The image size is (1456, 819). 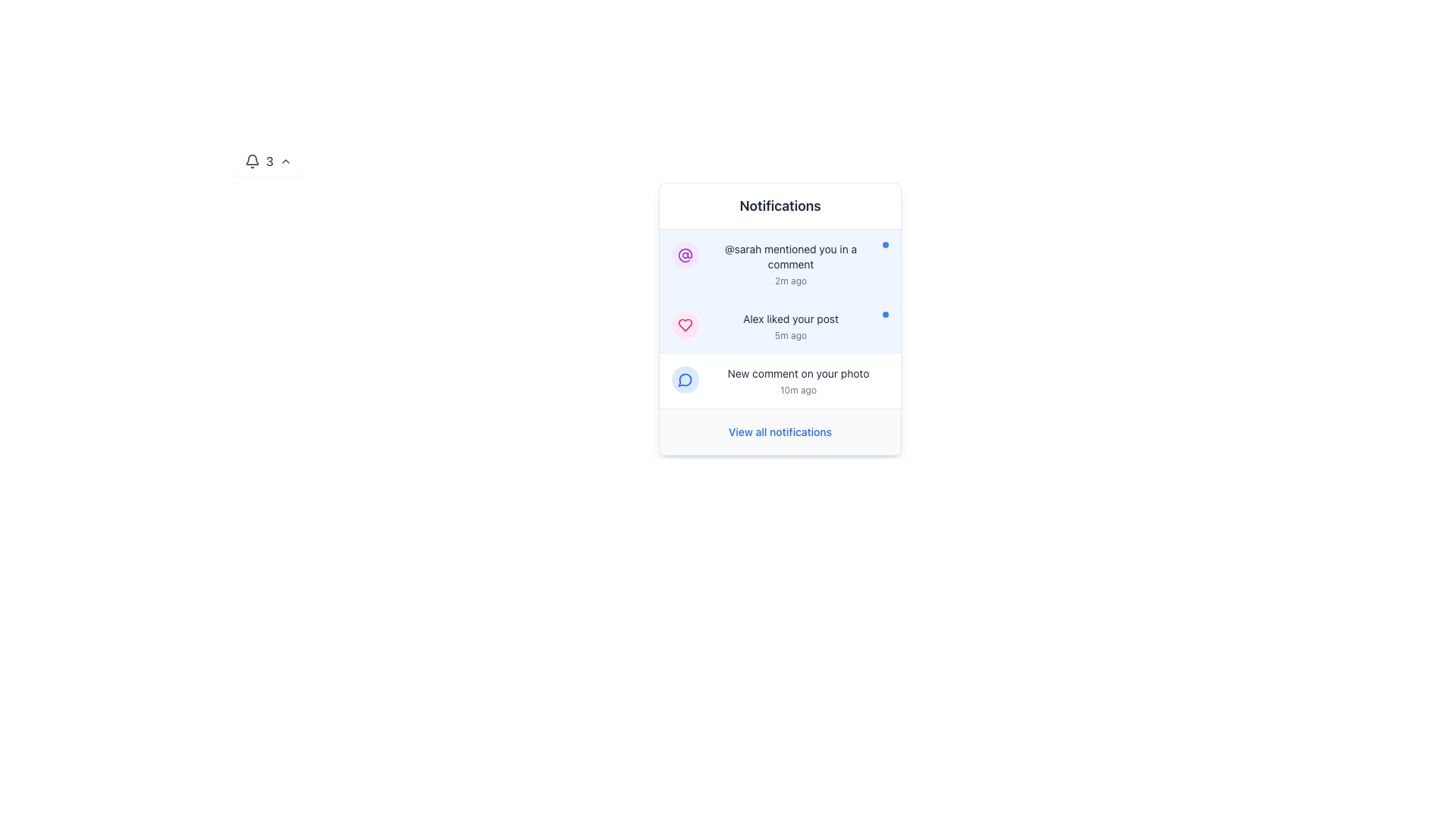 What do you see at coordinates (797, 380) in the screenshot?
I see `the notification item that informs the user about a recent activity involving their photo, located` at bounding box center [797, 380].